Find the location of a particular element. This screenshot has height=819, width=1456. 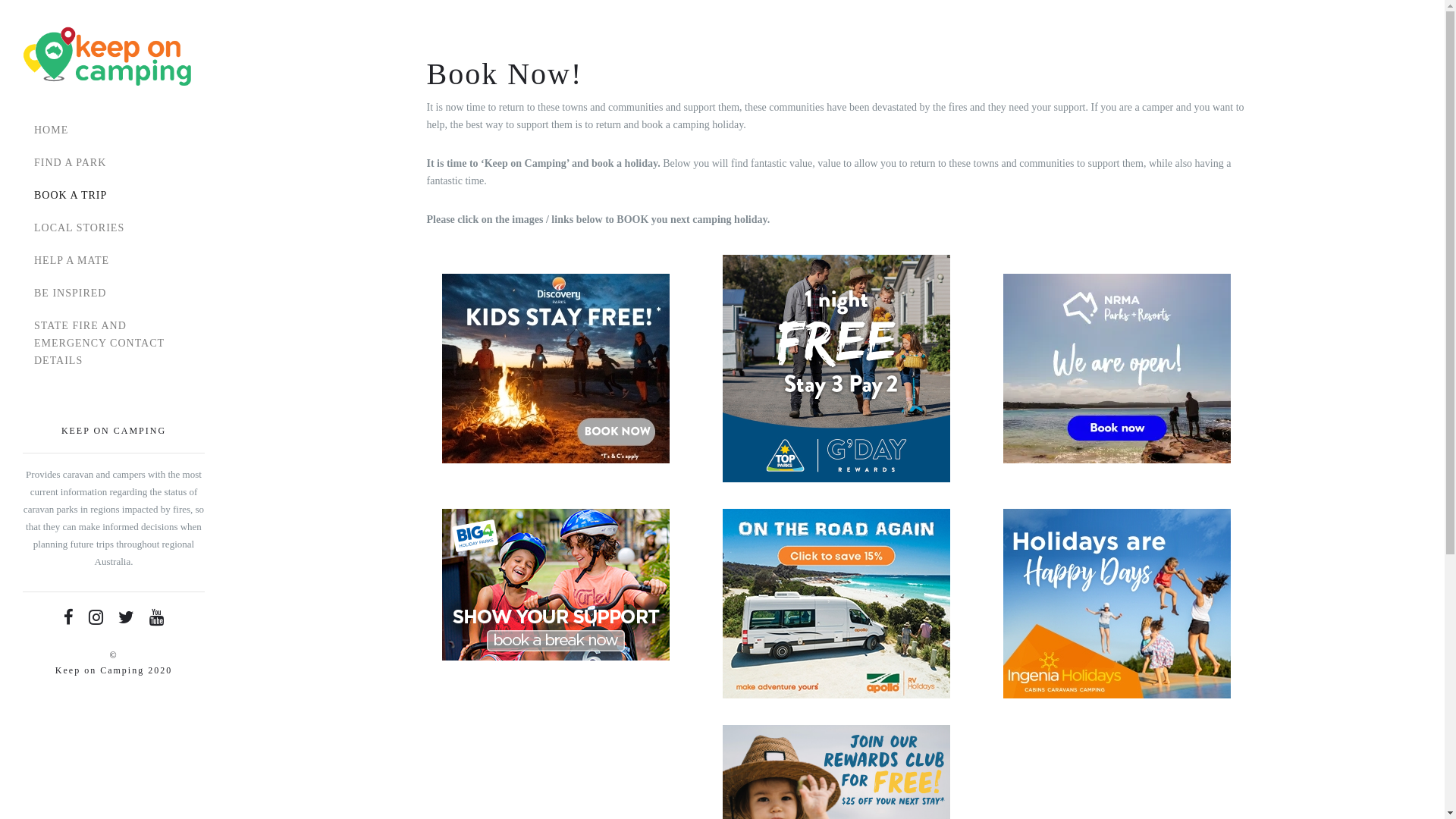

'FIND A PARK' is located at coordinates (112, 162).